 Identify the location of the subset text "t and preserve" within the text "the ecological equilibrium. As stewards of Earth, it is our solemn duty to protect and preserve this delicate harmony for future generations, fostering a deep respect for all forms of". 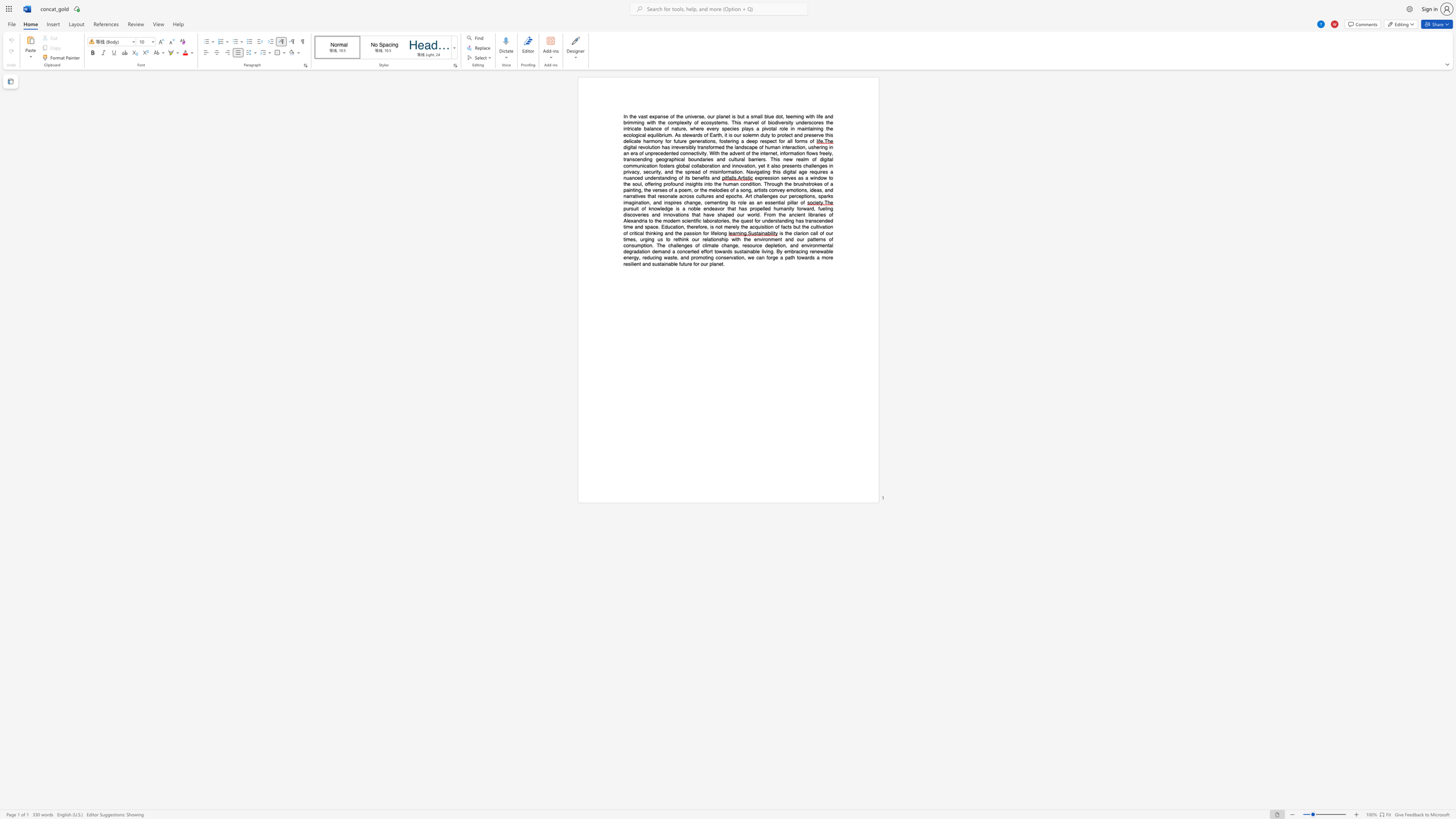
(791, 134).